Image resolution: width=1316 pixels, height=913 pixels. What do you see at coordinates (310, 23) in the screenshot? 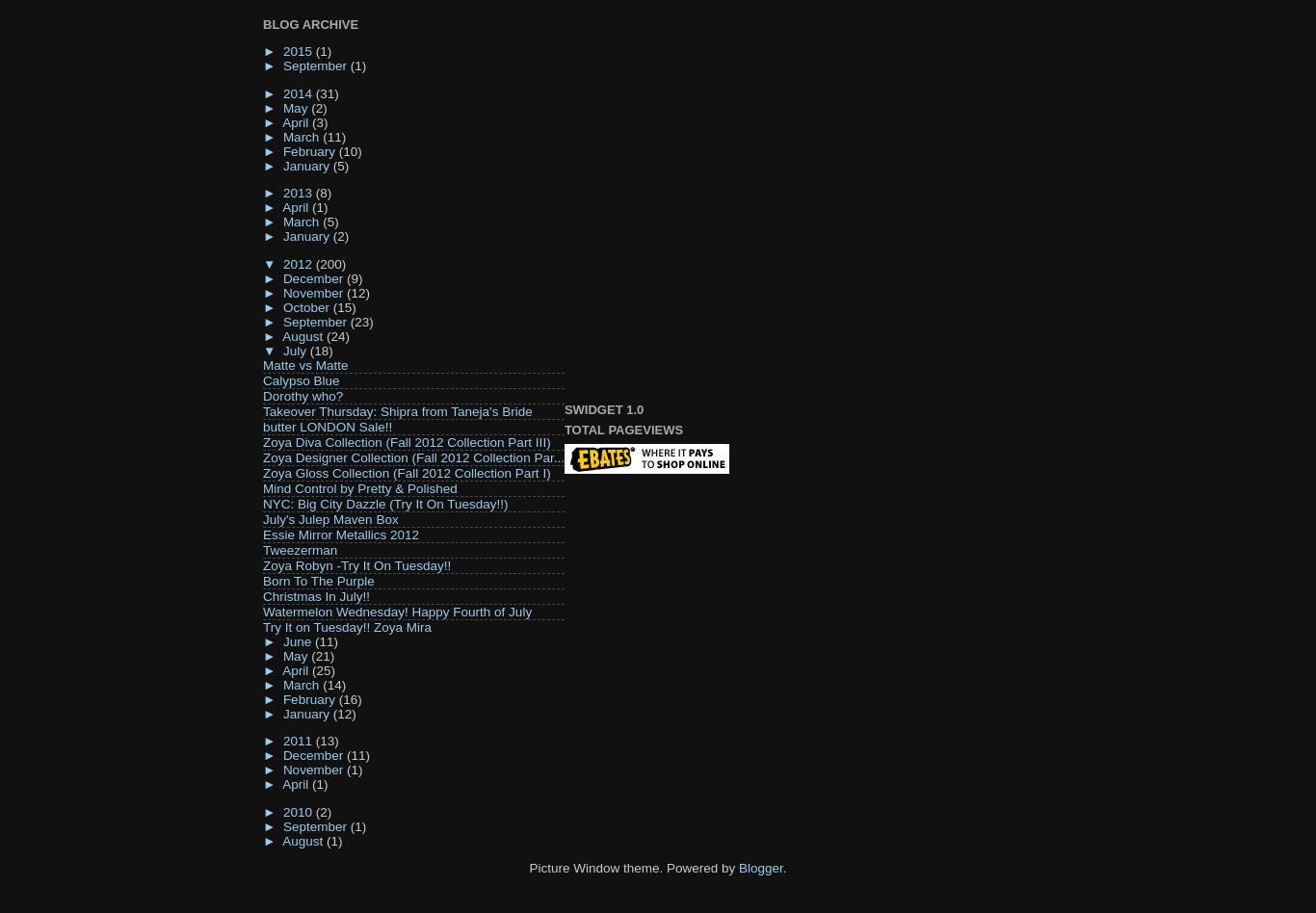
I see `'Blog Archive'` at bounding box center [310, 23].